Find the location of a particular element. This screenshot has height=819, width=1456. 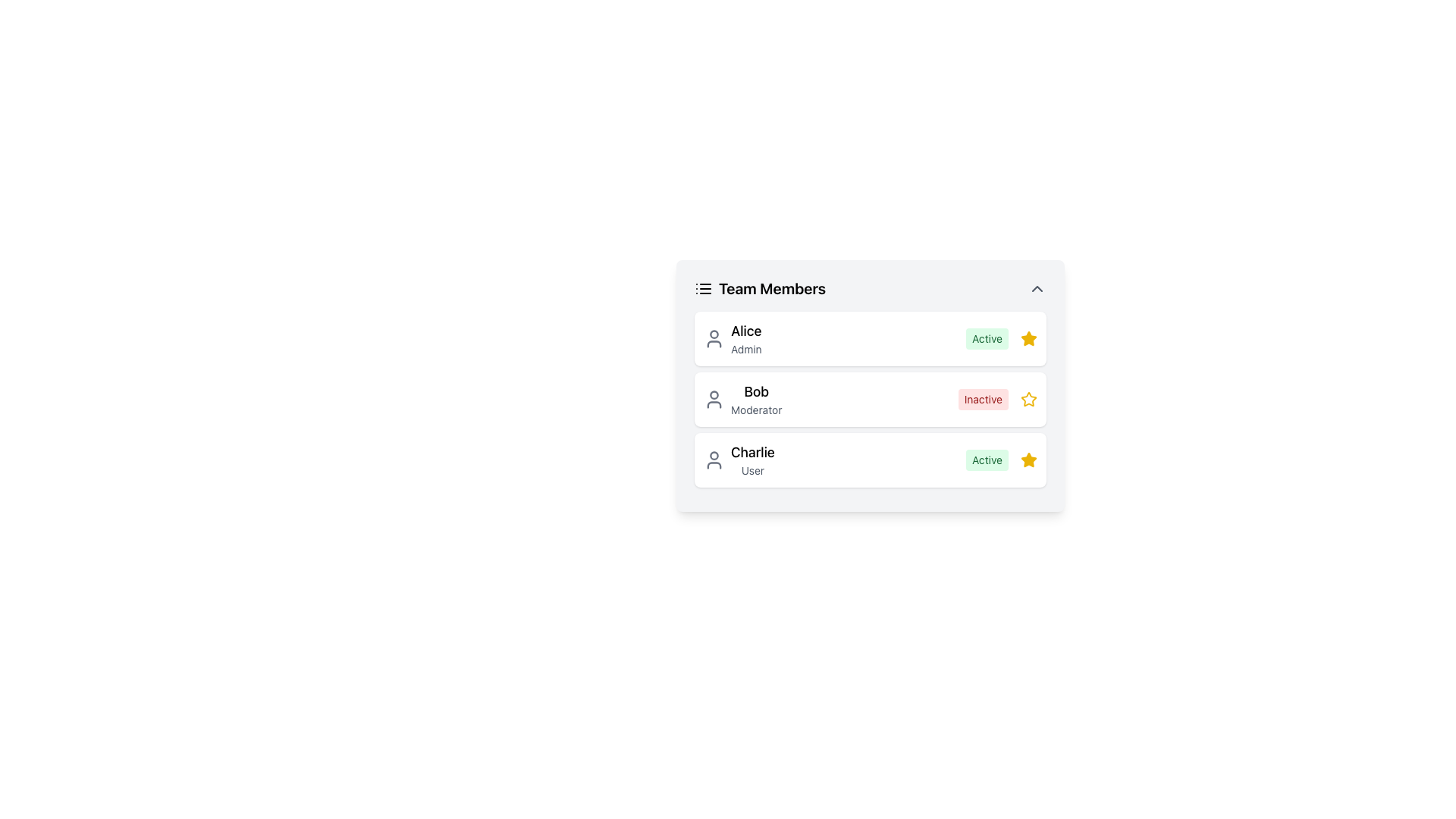

the circular graphical element representing user Alice's avatar in the 'Team Members' section, located to the left of the text 'Alice' is located at coordinates (713, 333).